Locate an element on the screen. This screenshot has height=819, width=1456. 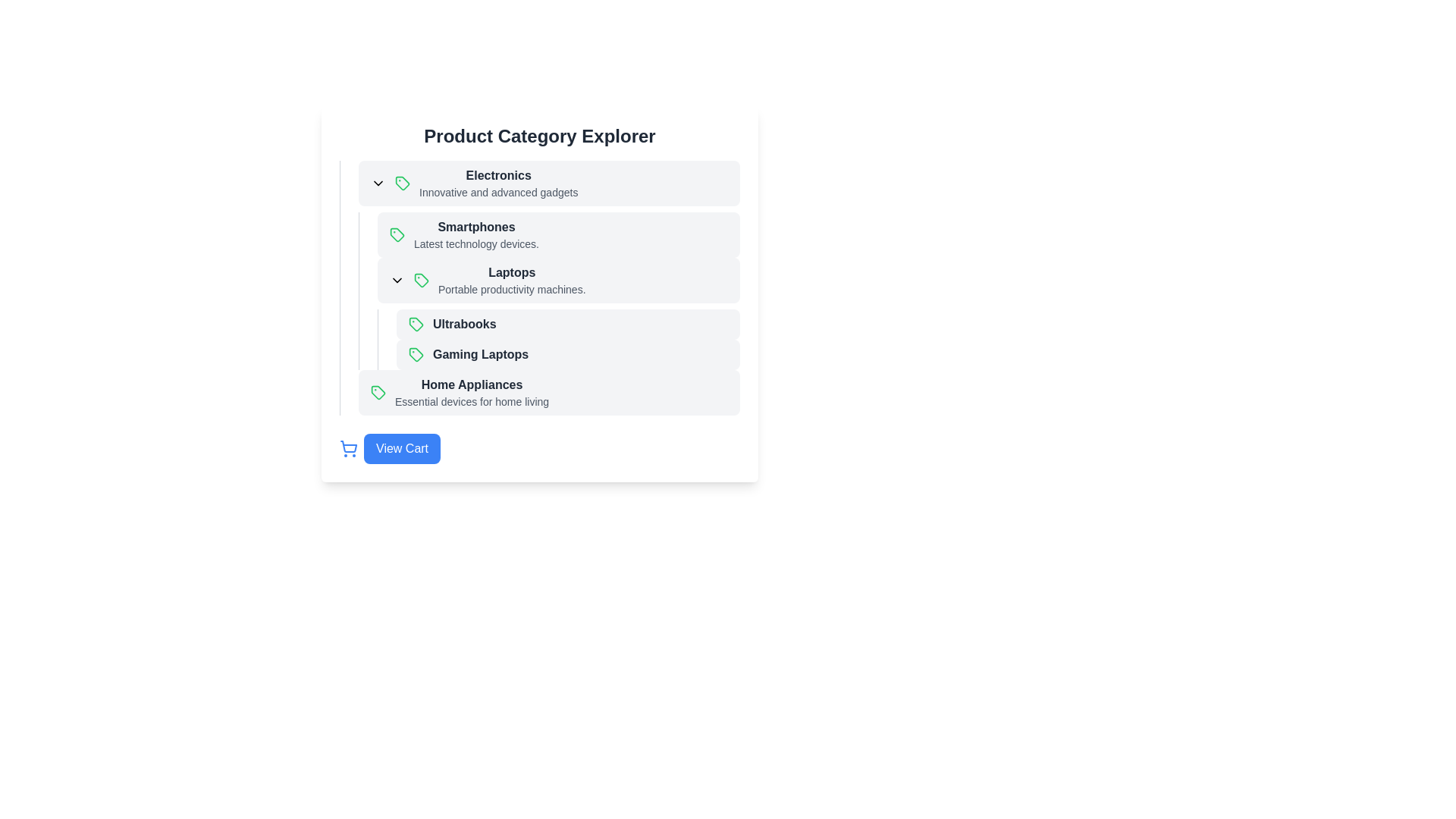
the first clickable list item labeled 'Ultrabooks' in the Laptops category is located at coordinates (558, 324).